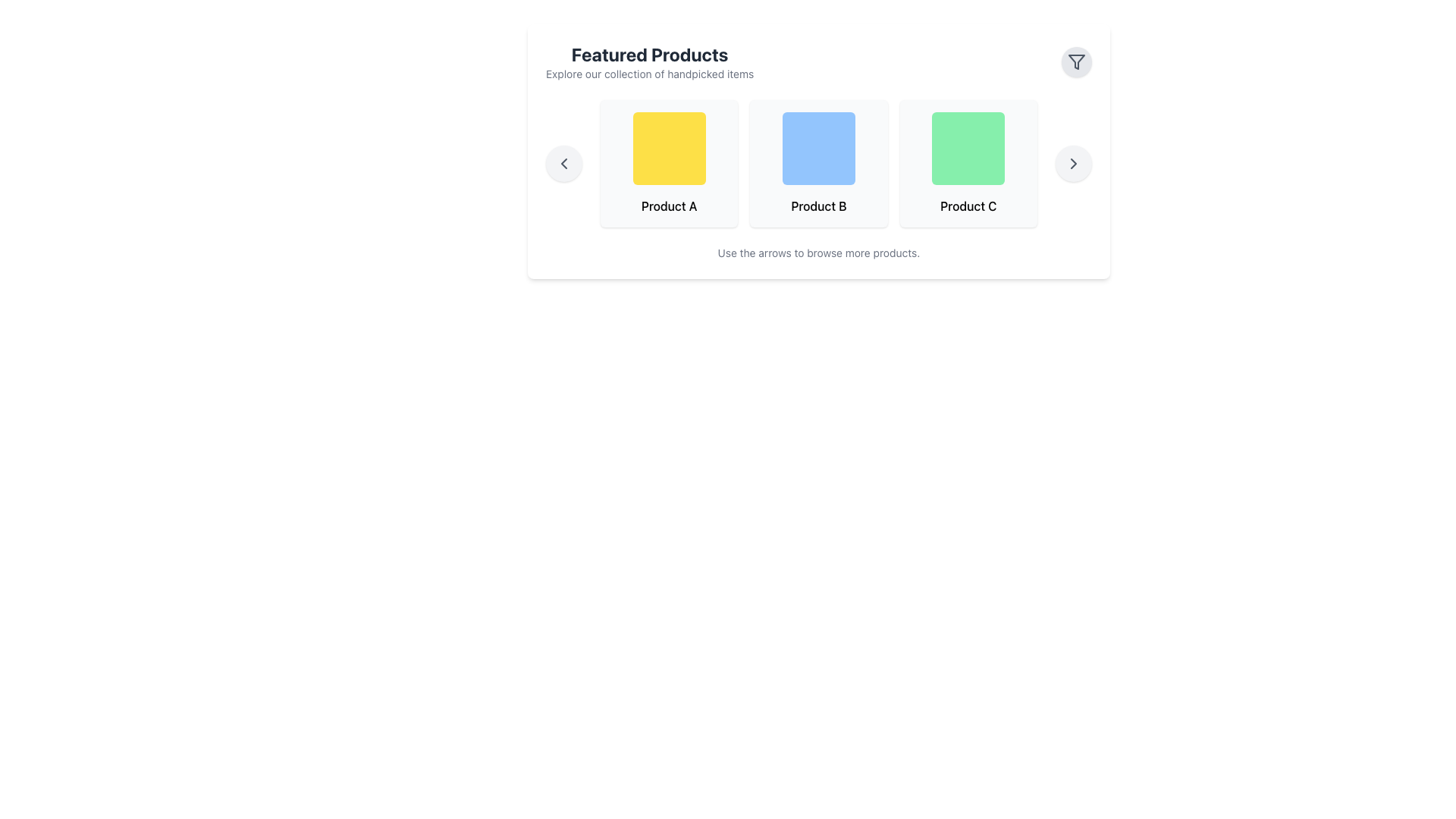  I want to click on the decorative block with a light blue background located near the title 'Product B', so click(818, 149).